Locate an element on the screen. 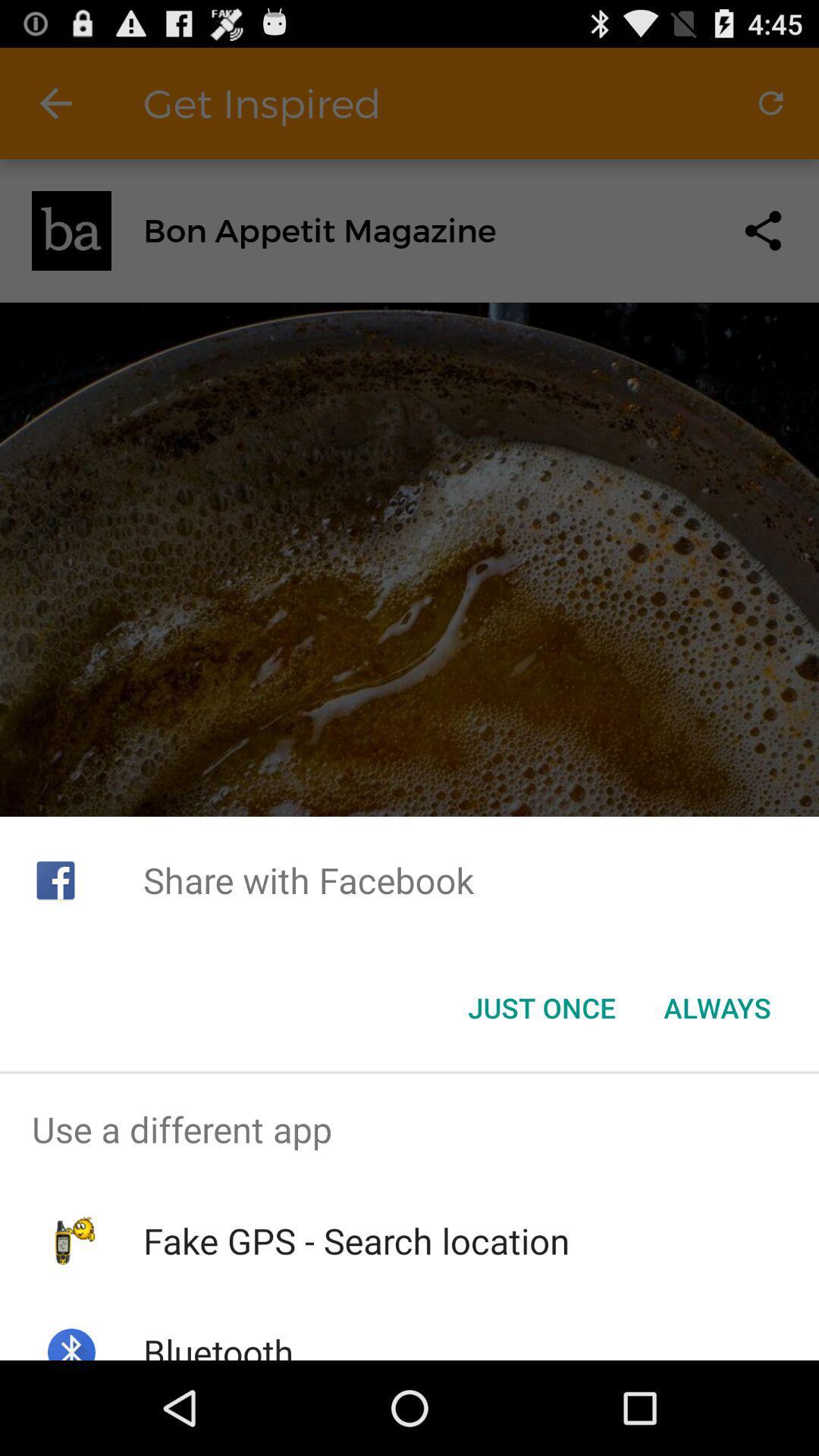 This screenshot has width=819, height=1456. the just once button is located at coordinates (541, 1008).